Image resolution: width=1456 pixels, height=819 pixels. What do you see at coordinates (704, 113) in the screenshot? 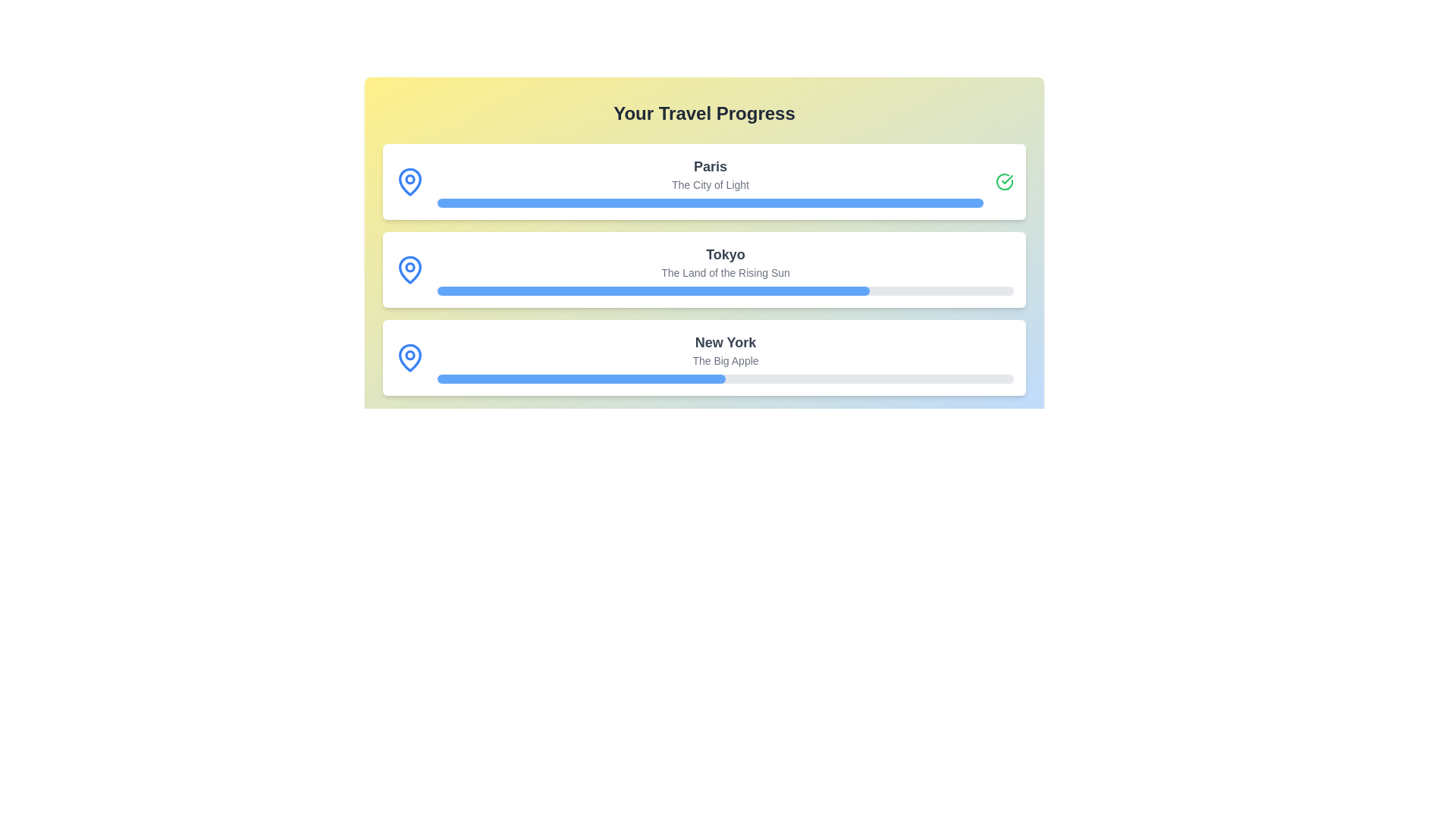
I see `the Text Label displaying 'Your Travel Progress' which is styled in bold, large, dark gray font against a yellow to light blue gradient background` at bounding box center [704, 113].